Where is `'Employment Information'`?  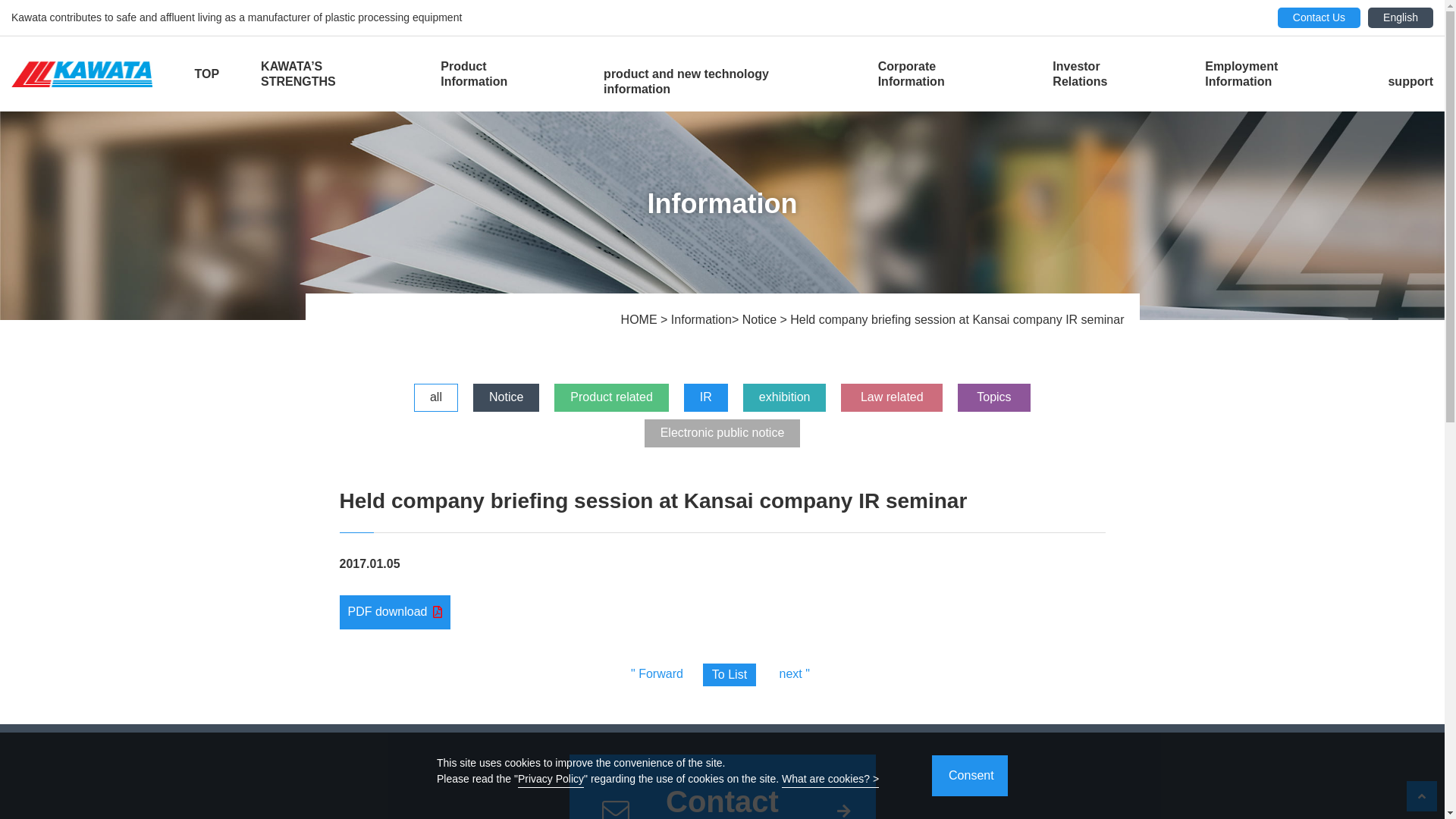 'Employment Information' is located at coordinates (1274, 74).